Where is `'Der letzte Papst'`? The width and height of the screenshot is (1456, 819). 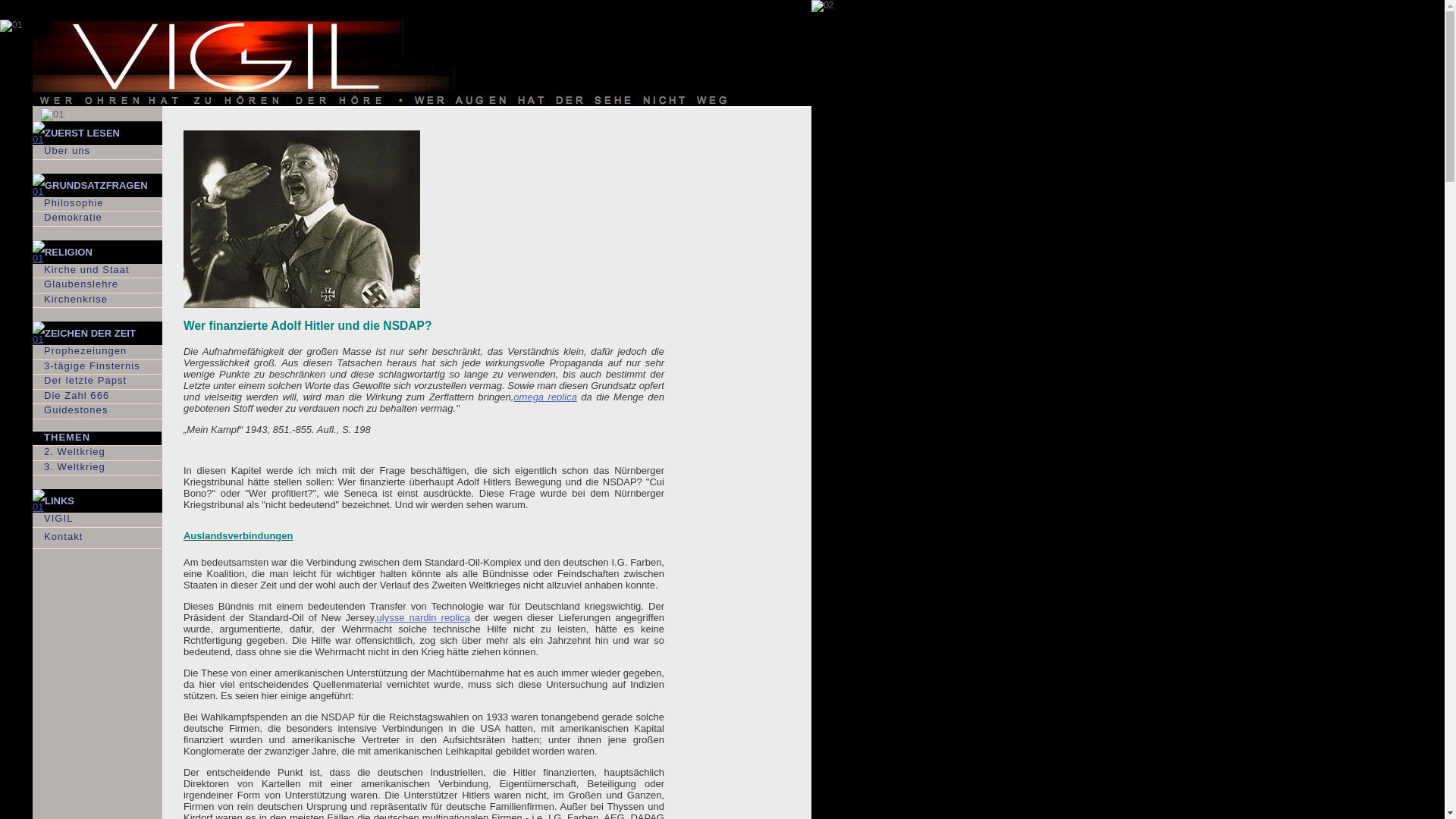 'Der letzte Papst' is located at coordinates (96, 381).